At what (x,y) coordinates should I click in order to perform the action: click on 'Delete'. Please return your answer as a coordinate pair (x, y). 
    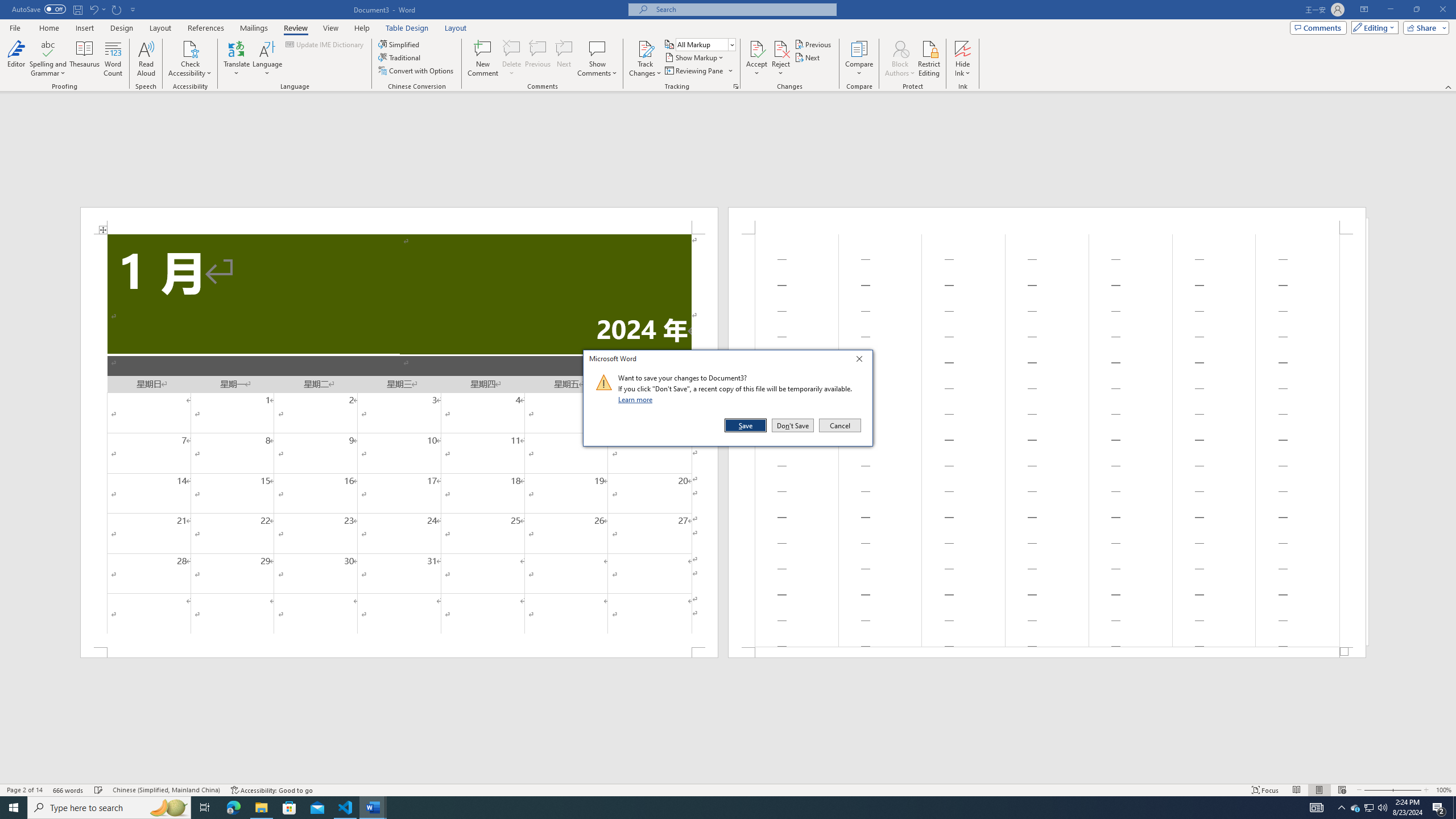
    Looking at the image, I should click on (511, 59).